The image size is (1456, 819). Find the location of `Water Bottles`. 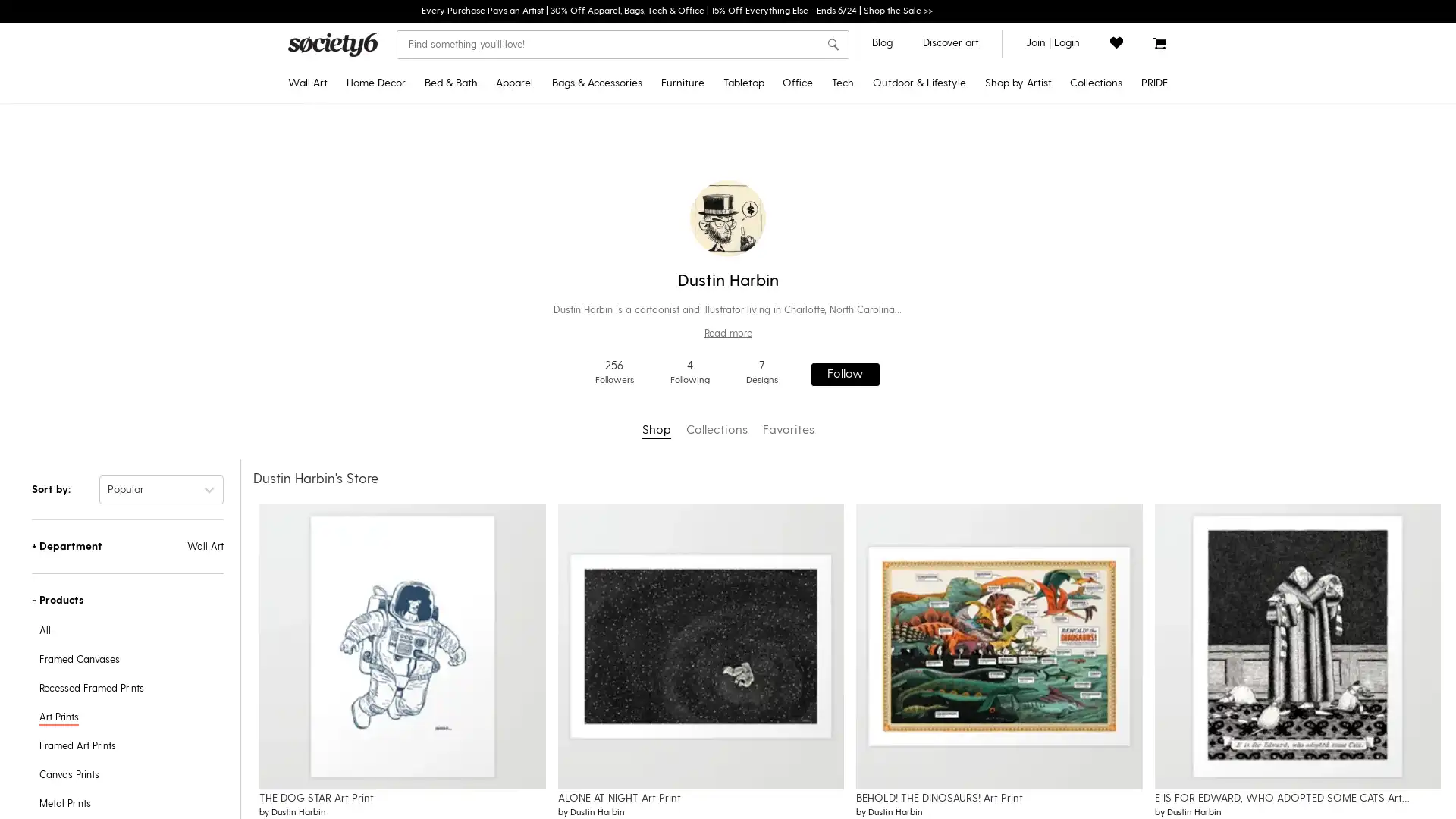

Water Bottles is located at coordinates (771, 268).